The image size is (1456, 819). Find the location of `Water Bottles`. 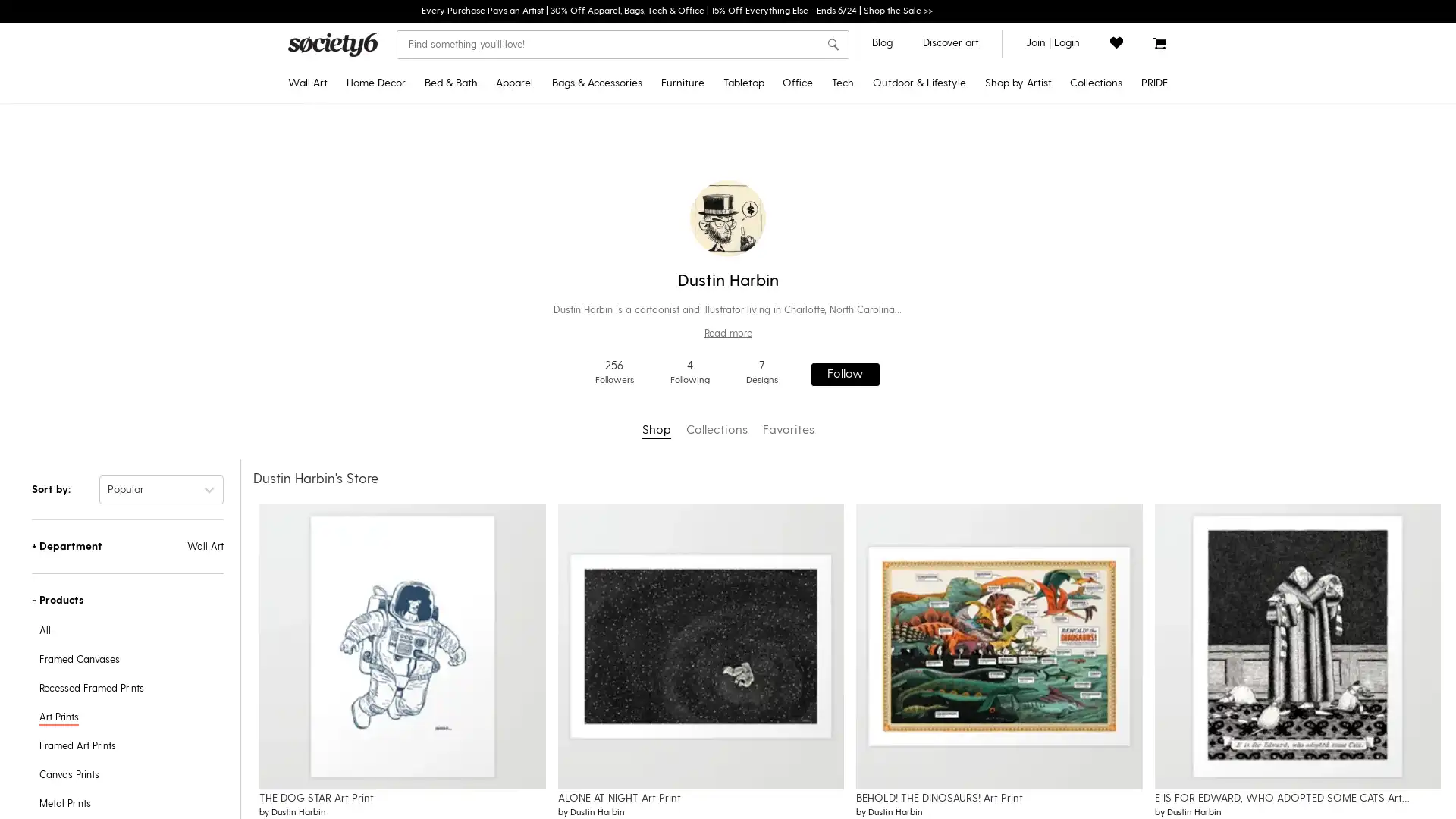

Water Bottles is located at coordinates (771, 268).